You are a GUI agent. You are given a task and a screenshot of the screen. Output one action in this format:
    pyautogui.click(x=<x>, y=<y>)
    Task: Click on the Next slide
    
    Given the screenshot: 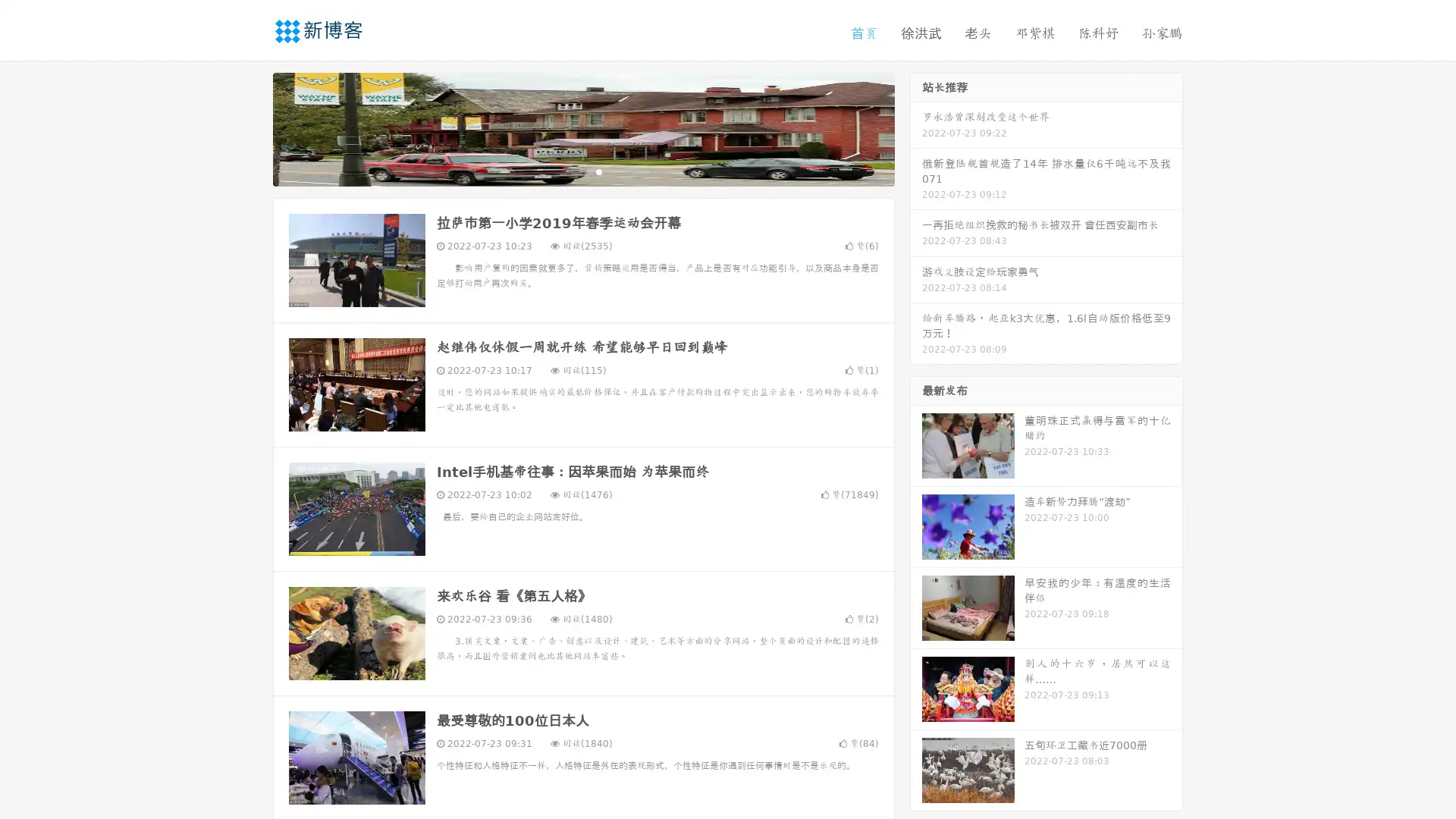 What is the action you would take?
    pyautogui.click(x=916, y=127)
    